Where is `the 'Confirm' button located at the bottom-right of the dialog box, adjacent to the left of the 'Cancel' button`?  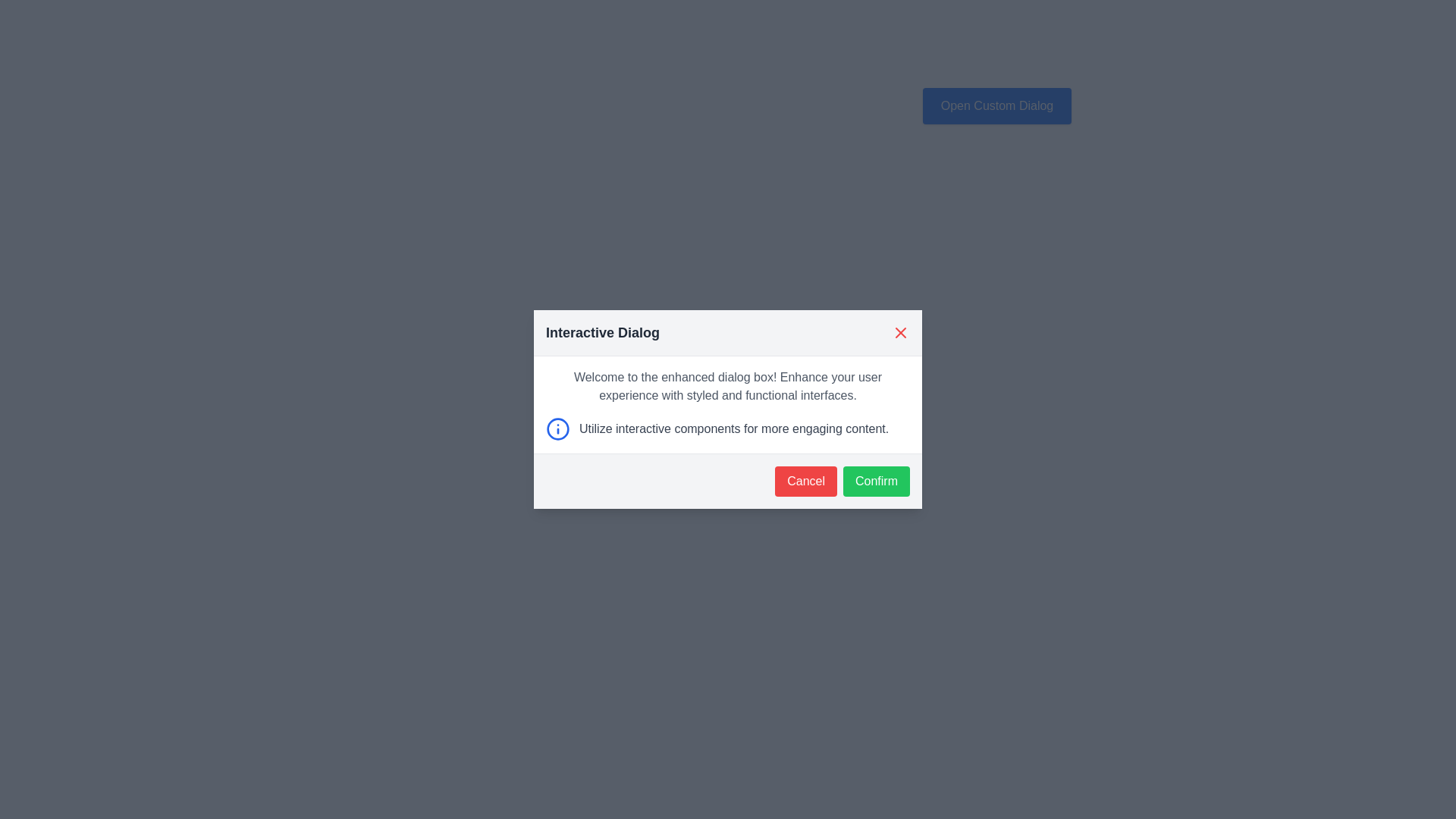 the 'Confirm' button located at the bottom-right of the dialog box, adjacent to the left of the 'Cancel' button is located at coordinates (877, 482).